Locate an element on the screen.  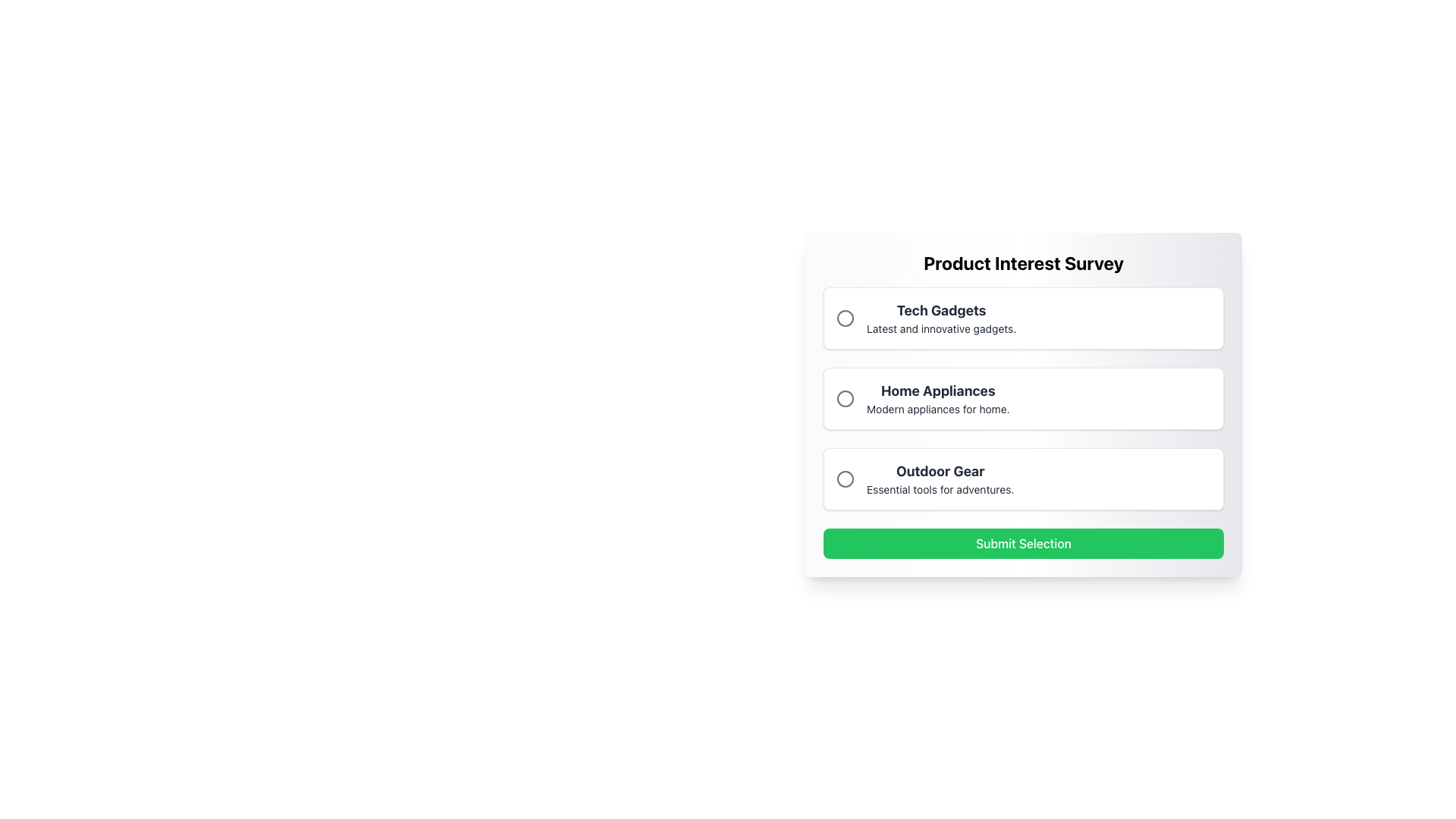
the 'Tech Gadgets' selectable item located in the Product Interest Survey section is located at coordinates (1023, 318).